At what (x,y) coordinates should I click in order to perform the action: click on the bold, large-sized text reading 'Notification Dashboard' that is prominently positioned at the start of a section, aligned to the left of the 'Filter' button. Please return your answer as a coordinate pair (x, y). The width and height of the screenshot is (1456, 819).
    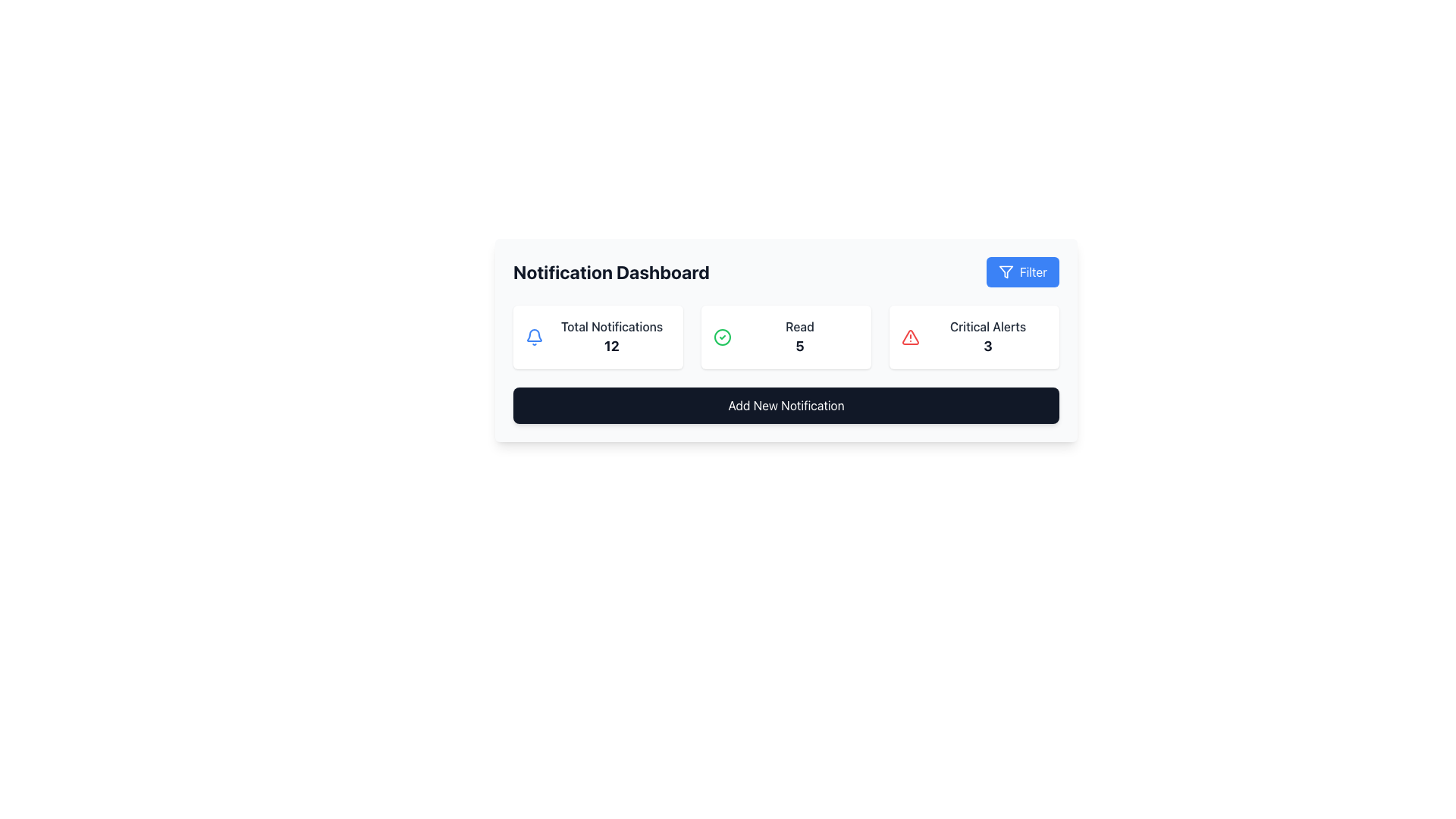
    Looking at the image, I should click on (611, 271).